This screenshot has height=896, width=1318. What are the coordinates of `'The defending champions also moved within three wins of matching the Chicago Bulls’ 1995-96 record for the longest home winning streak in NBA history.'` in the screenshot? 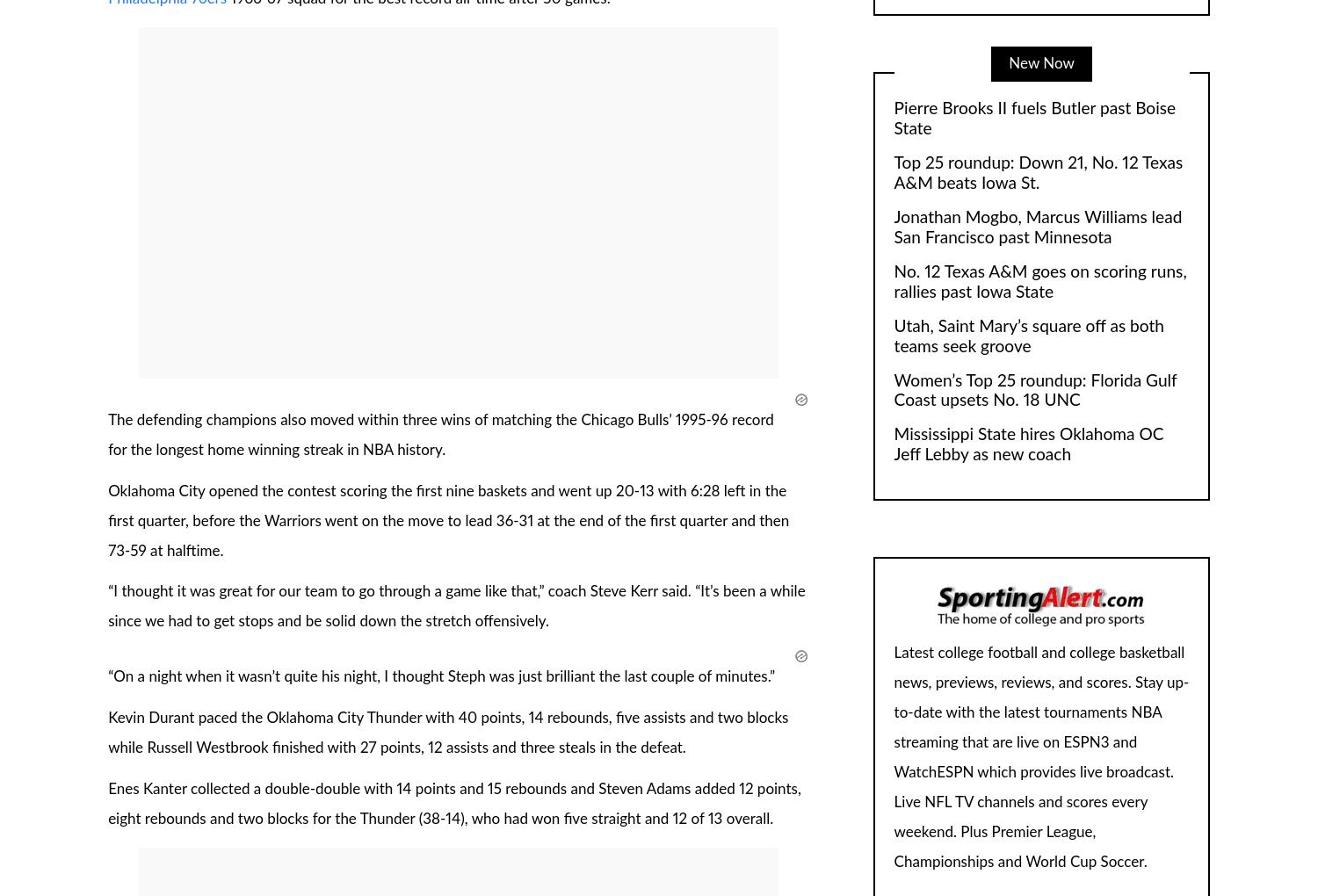 It's located at (440, 434).